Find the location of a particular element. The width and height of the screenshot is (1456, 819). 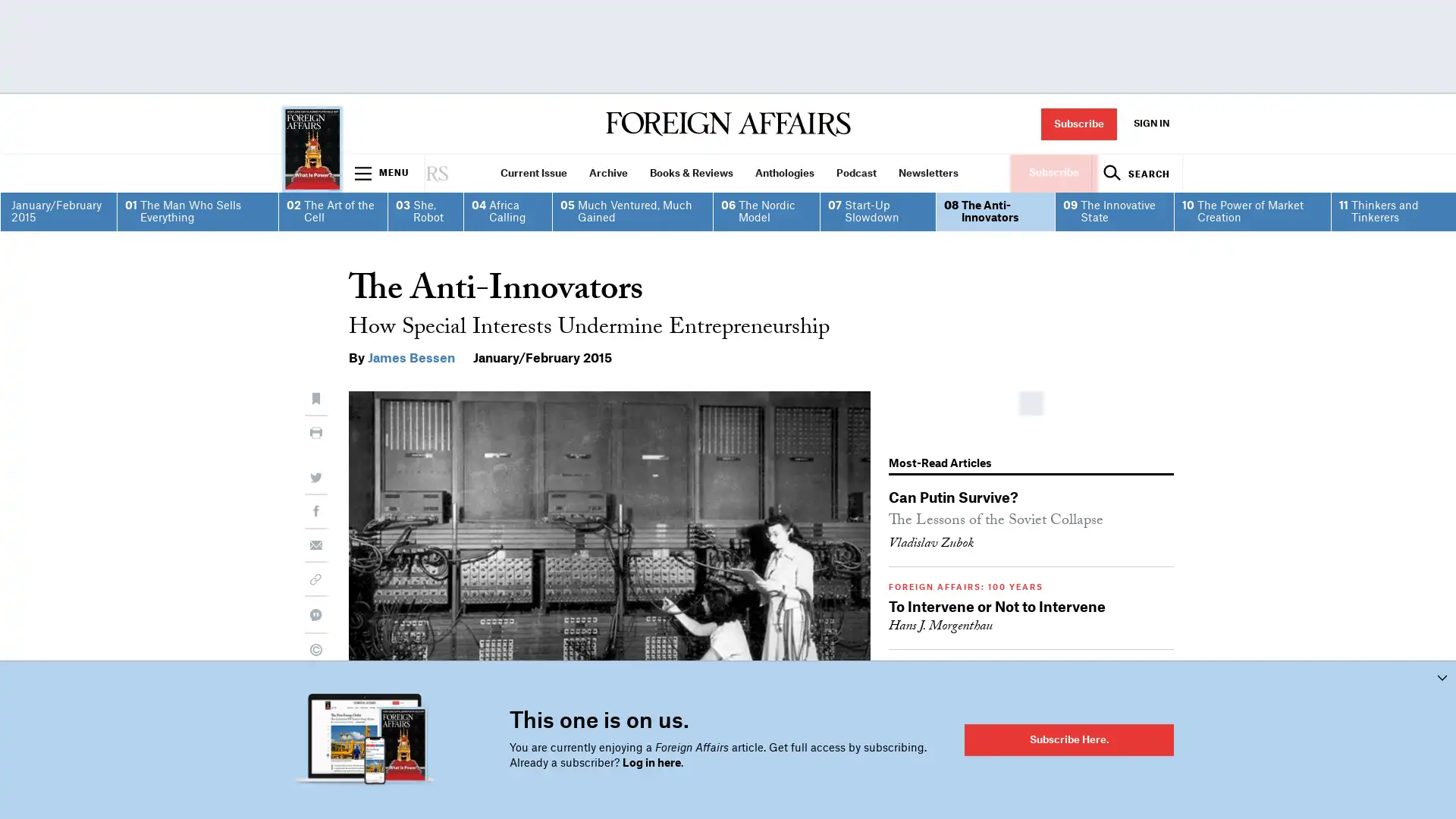

Toggle overflow menu navigation is located at coordinates (383, 172).